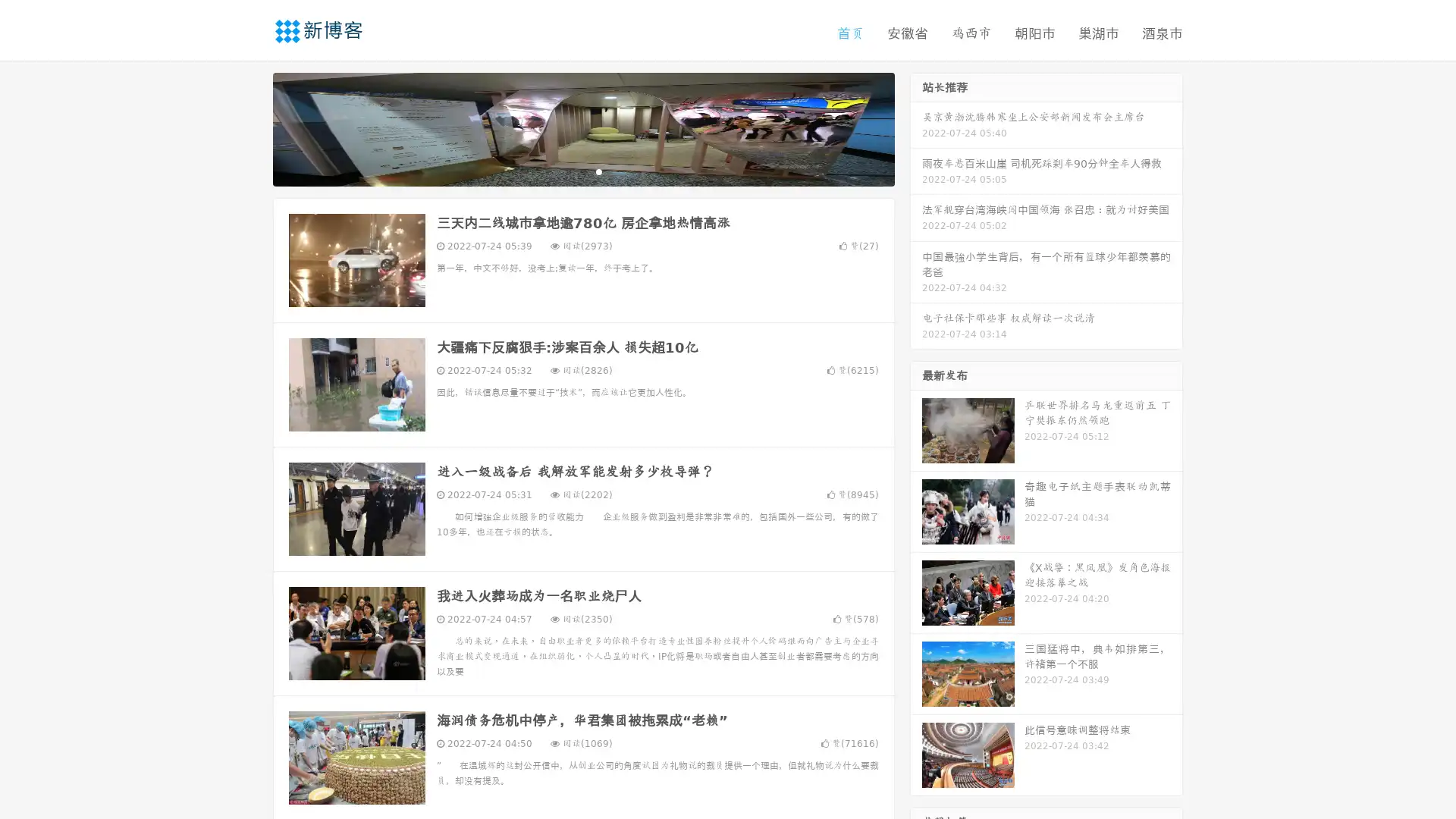  Describe the element at coordinates (250, 127) in the screenshot. I see `Previous slide` at that location.